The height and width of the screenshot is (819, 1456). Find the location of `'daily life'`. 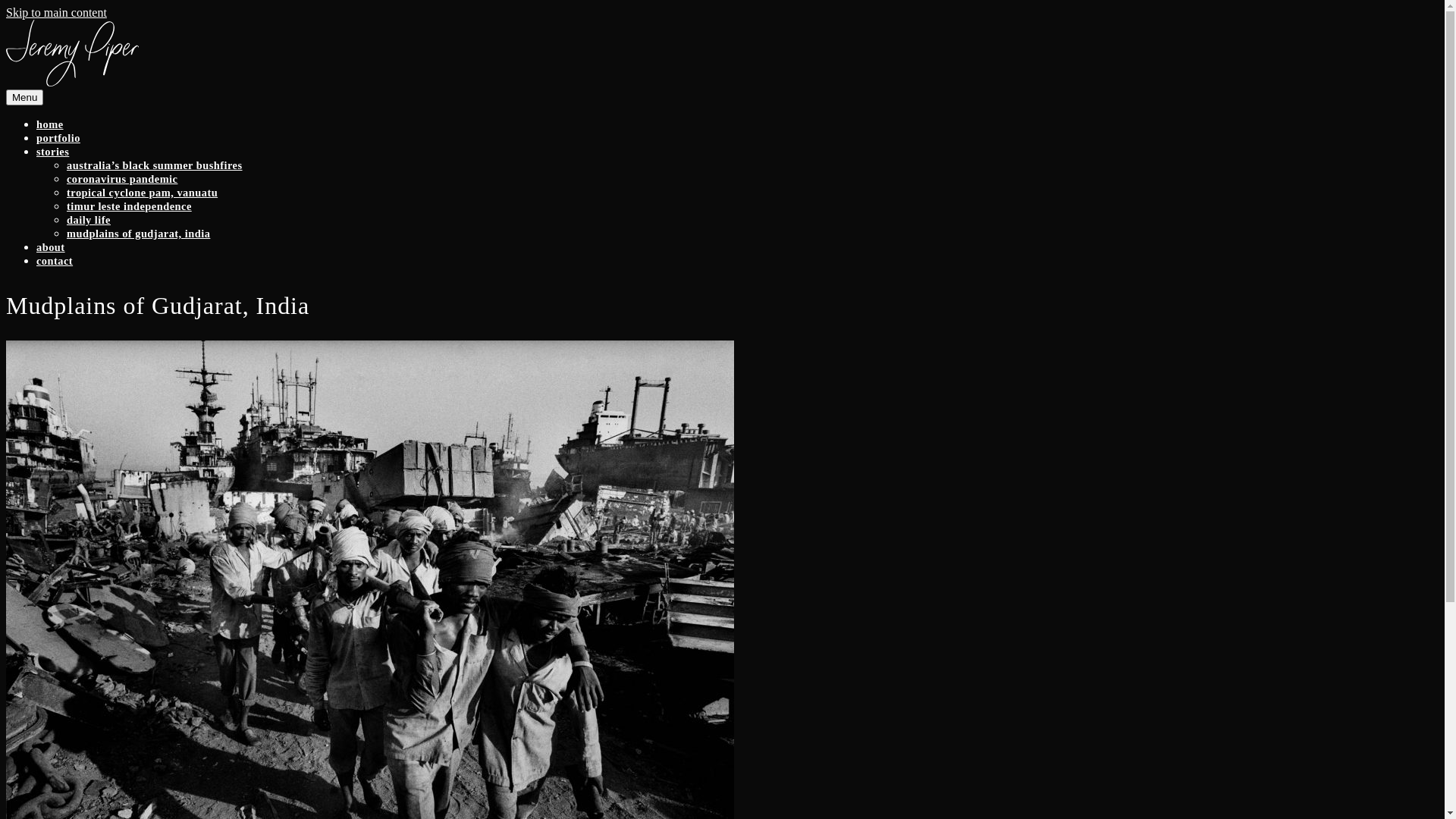

'daily life' is located at coordinates (87, 219).